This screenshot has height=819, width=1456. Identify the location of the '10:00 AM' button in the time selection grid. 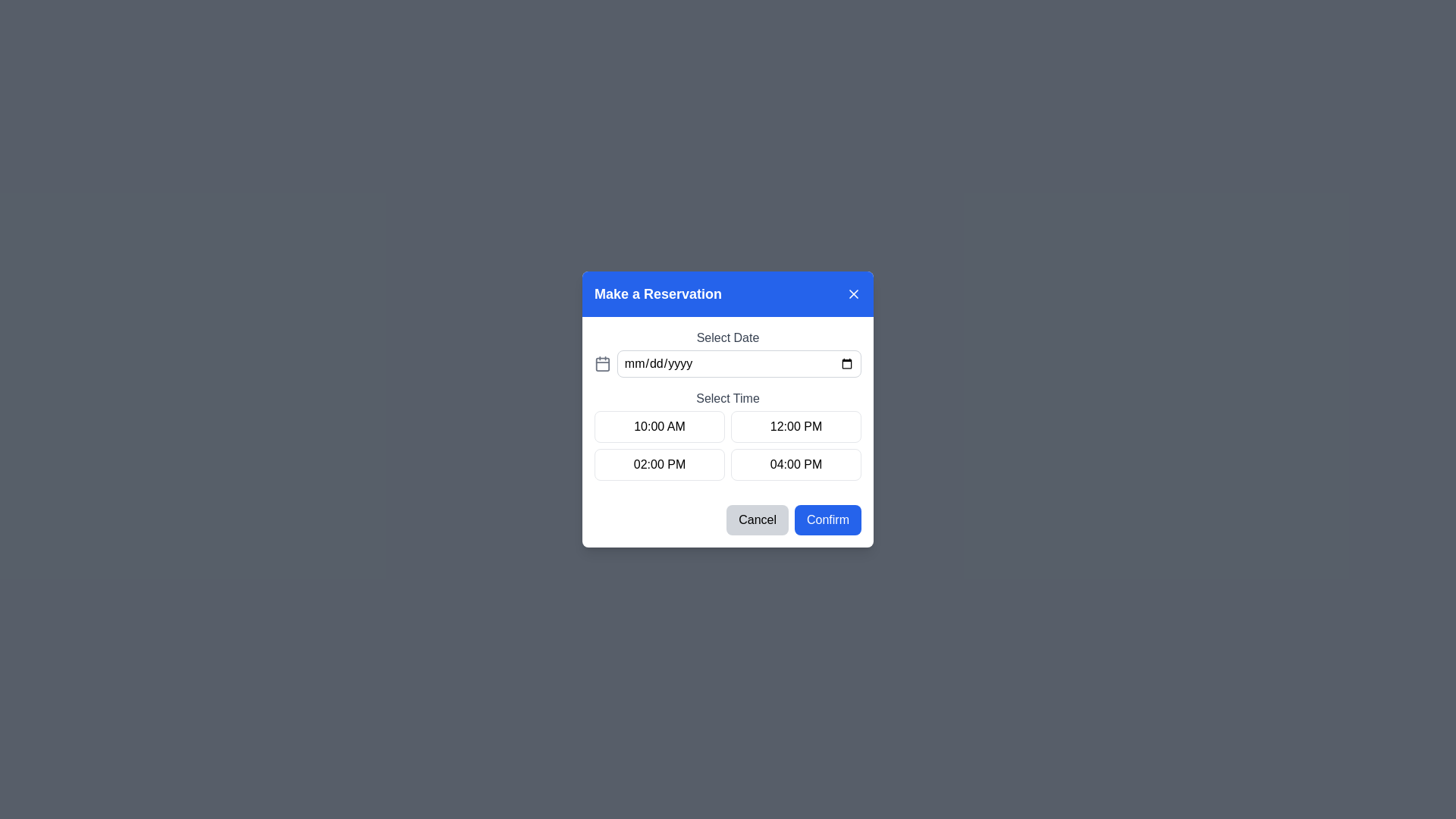
(659, 427).